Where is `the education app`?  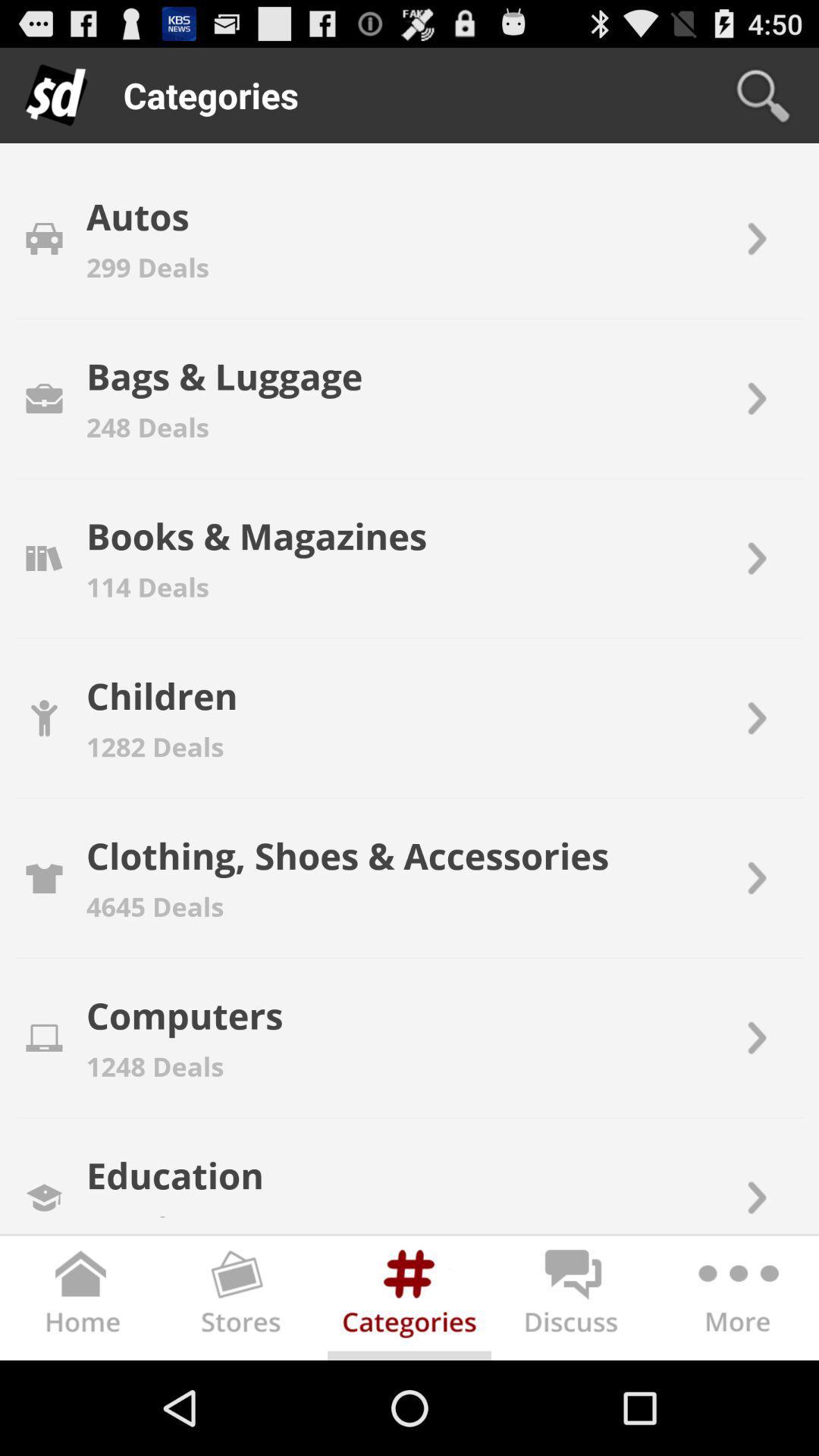 the education app is located at coordinates (174, 1174).